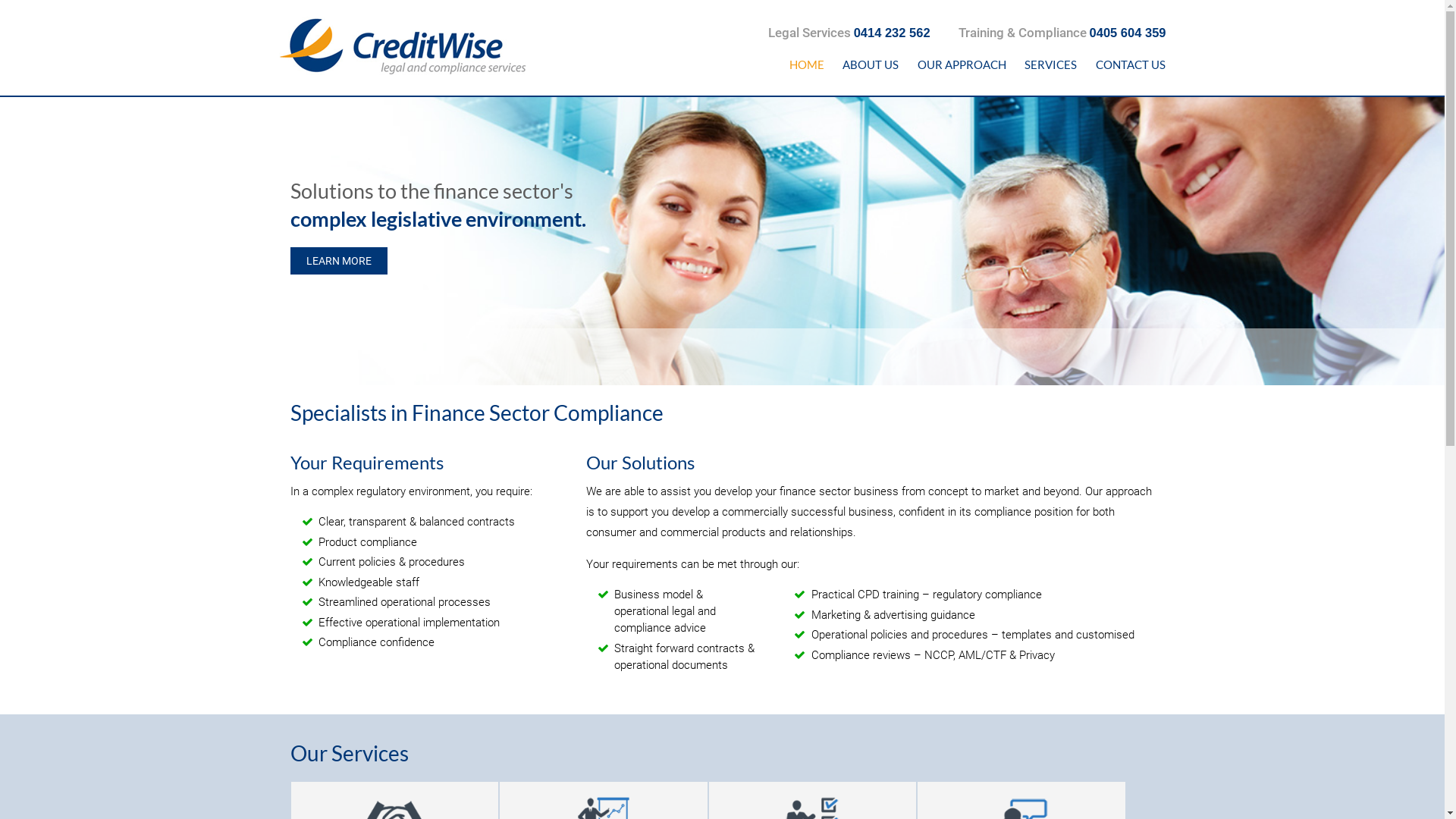  Describe the element at coordinates (871, 64) in the screenshot. I see `'ABOUT US'` at that location.